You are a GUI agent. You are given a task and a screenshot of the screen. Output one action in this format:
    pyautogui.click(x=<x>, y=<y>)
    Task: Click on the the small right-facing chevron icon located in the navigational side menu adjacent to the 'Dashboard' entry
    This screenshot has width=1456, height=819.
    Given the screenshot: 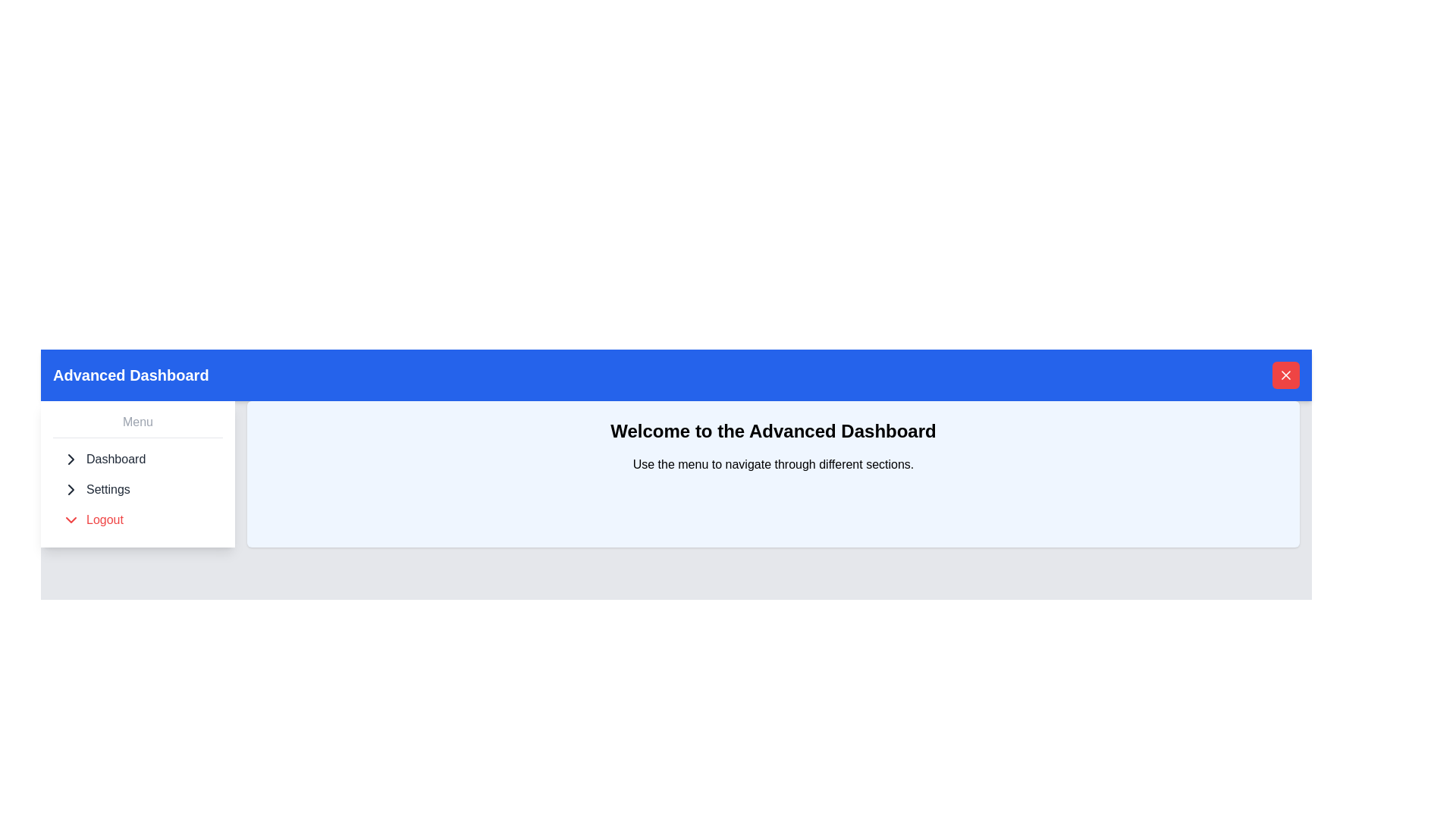 What is the action you would take?
    pyautogui.click(x=71, y=458)
    